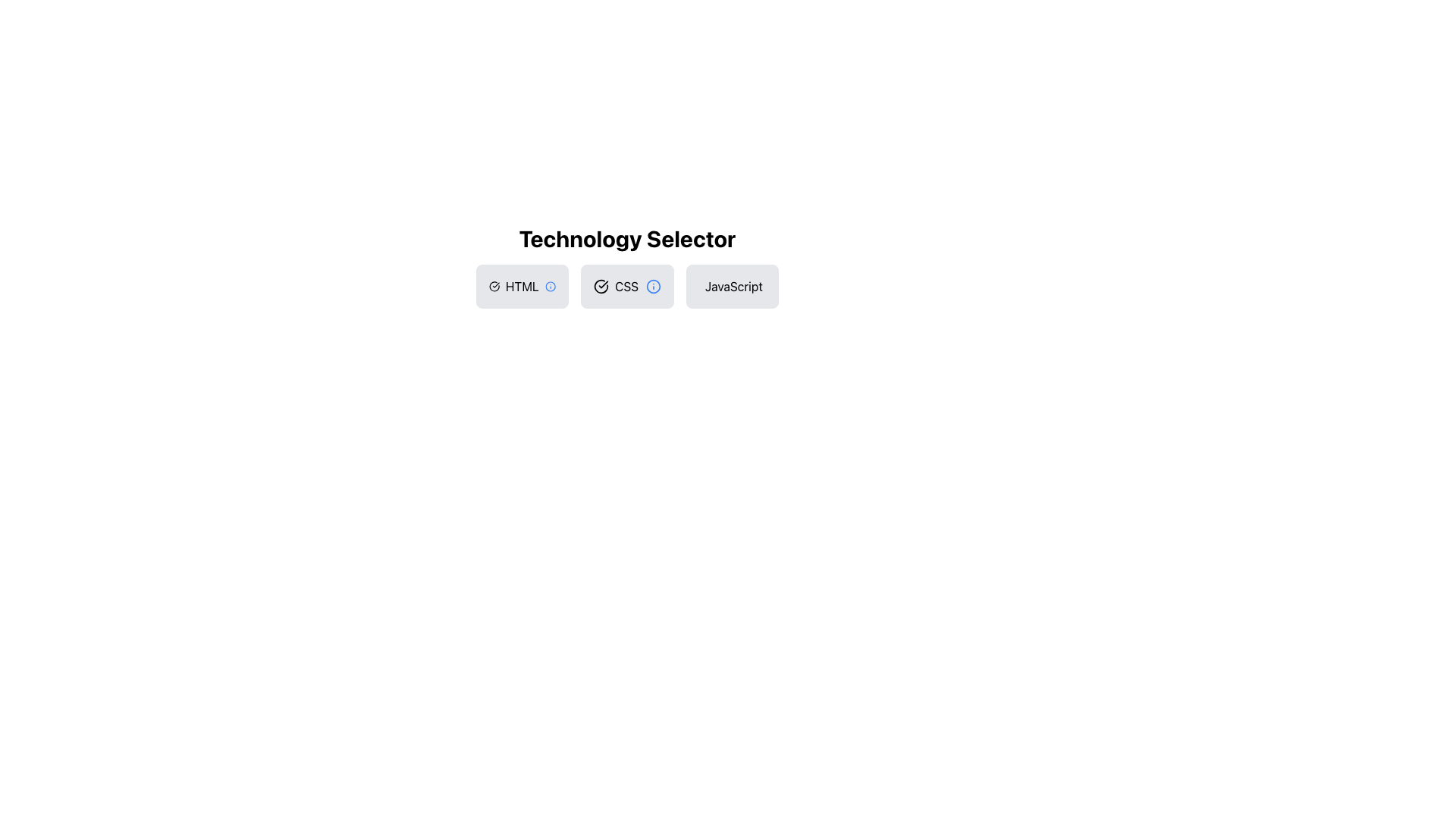  I want to click on the visual indicator icon confirming that the 'HTML' option is selected in the Technology Selector group, so click(494, 287).